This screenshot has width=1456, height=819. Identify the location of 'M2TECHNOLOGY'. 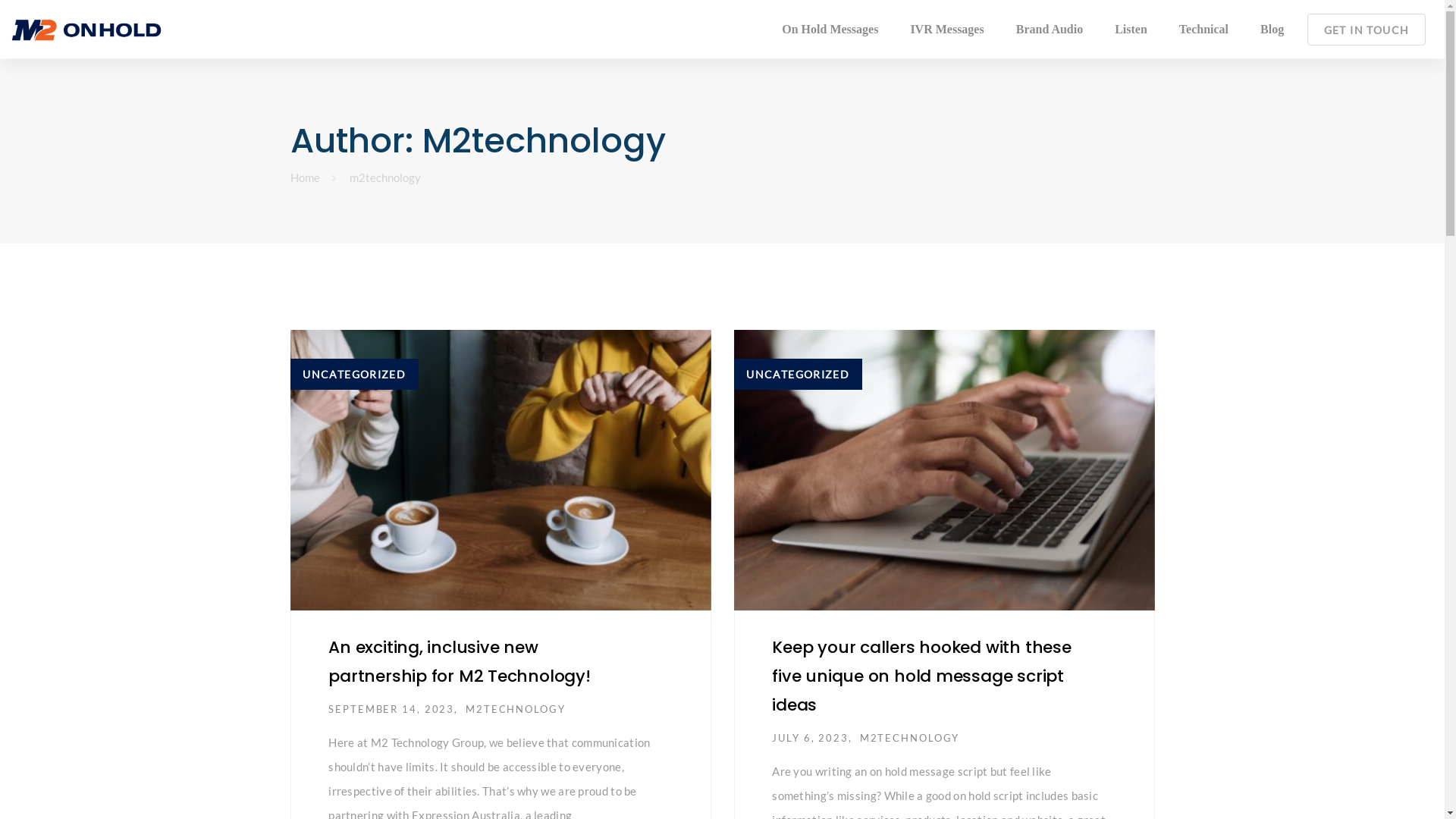
(859, 737).